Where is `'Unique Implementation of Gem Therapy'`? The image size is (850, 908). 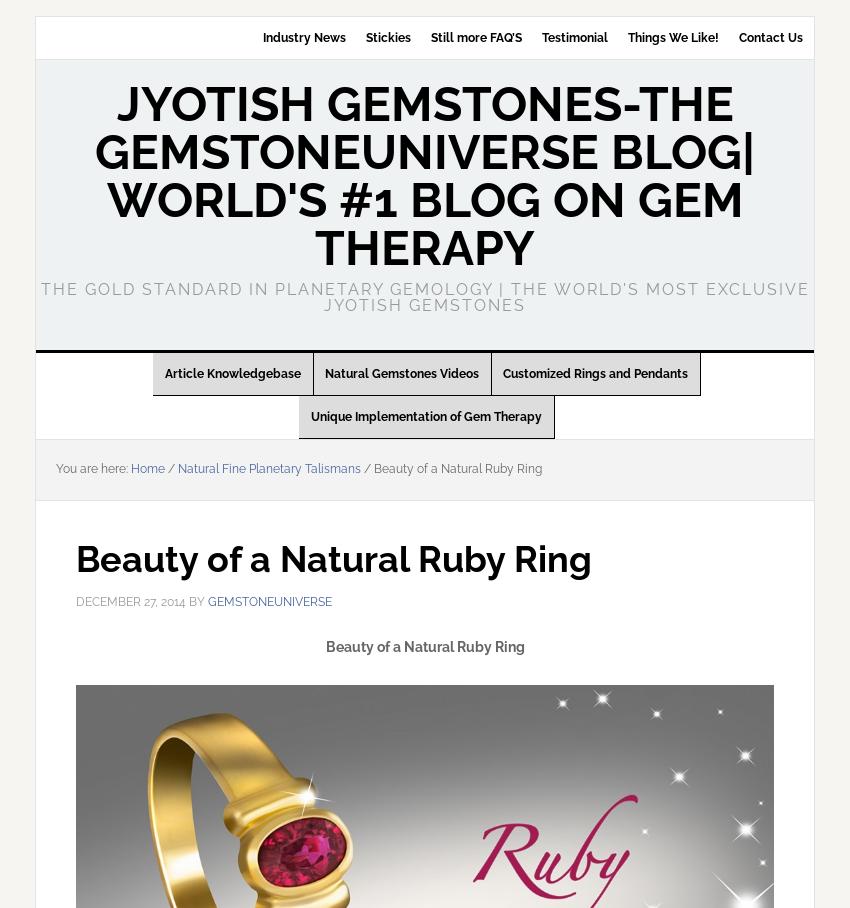 'Unique Implementation of Gem Therapy' is located at coordinates (425, 417).